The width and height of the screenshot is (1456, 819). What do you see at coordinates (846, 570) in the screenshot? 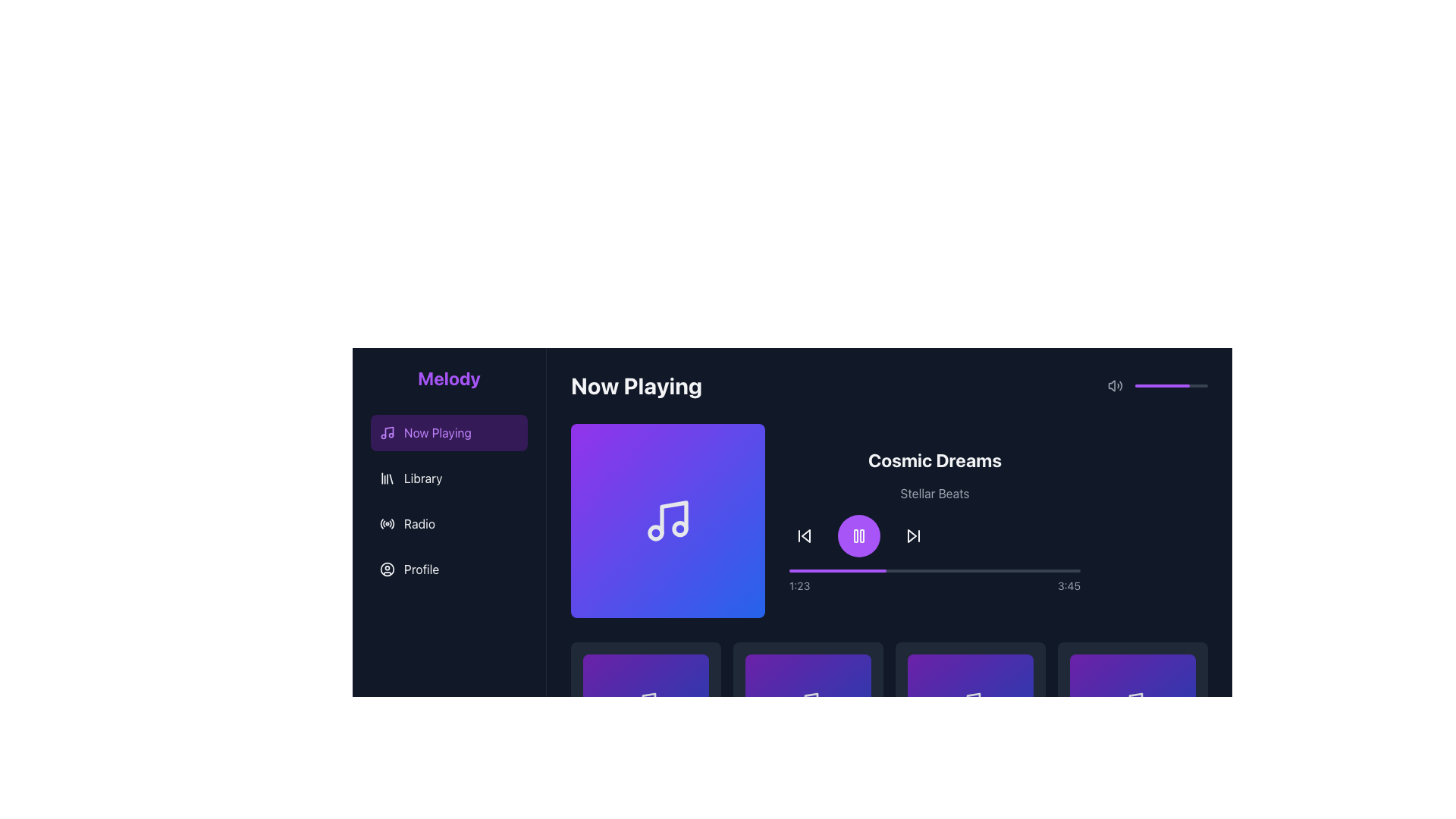
I see `the playback progress` at bounding box center [846, 570].